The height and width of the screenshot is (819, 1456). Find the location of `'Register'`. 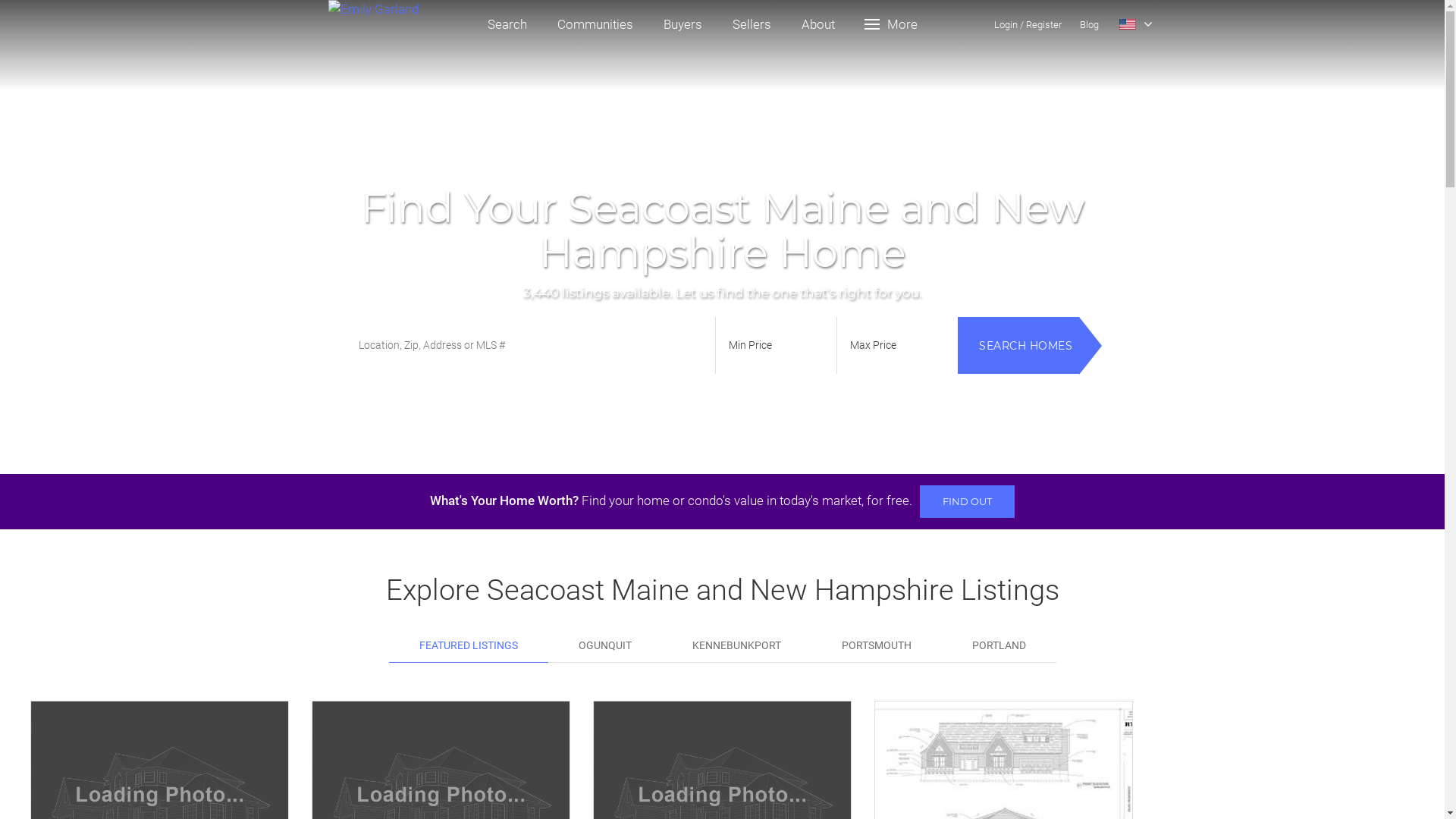

'Register' is located at coordinates (1042, 24).